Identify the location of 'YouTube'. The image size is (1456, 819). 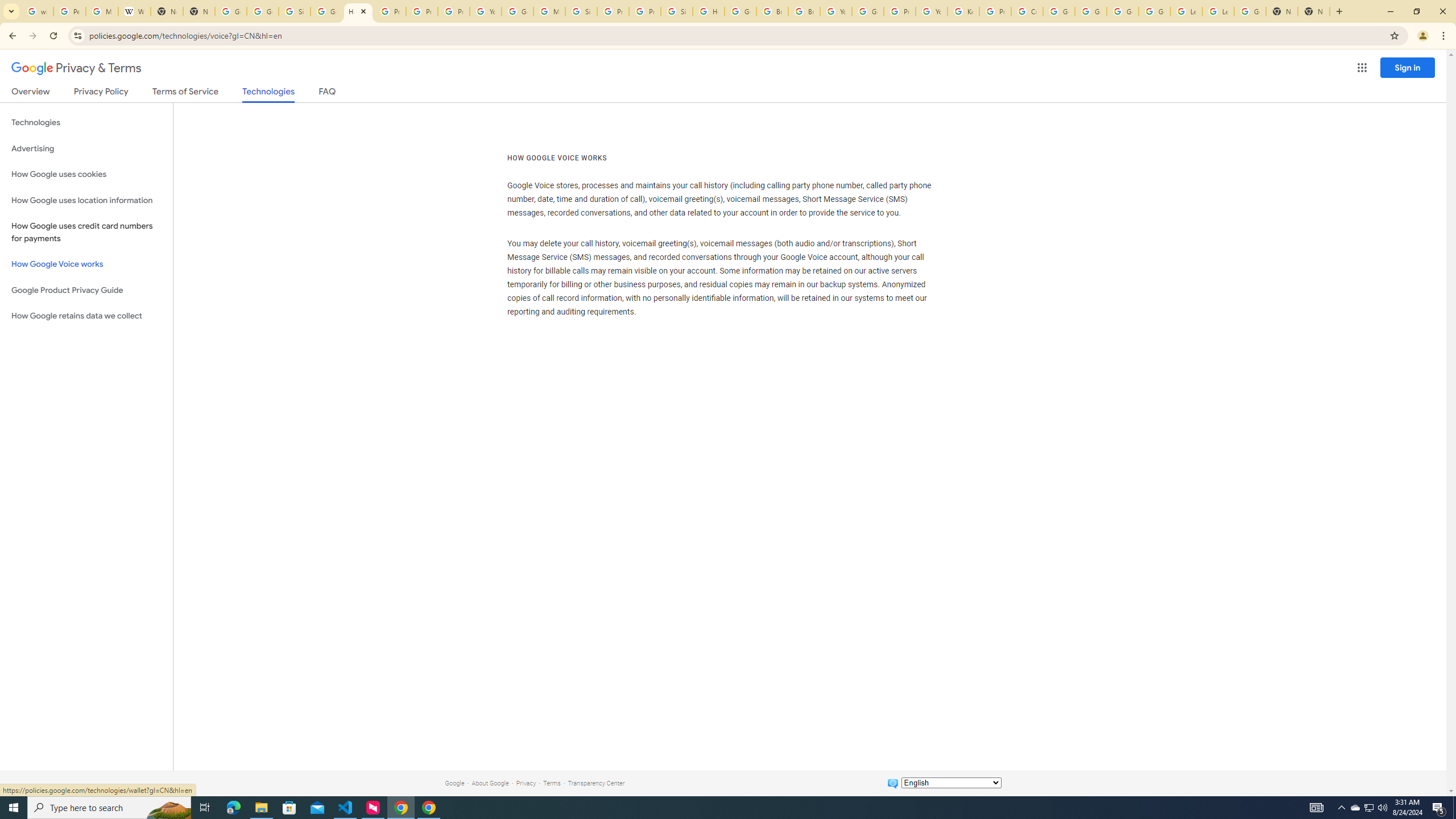
(485, 11).